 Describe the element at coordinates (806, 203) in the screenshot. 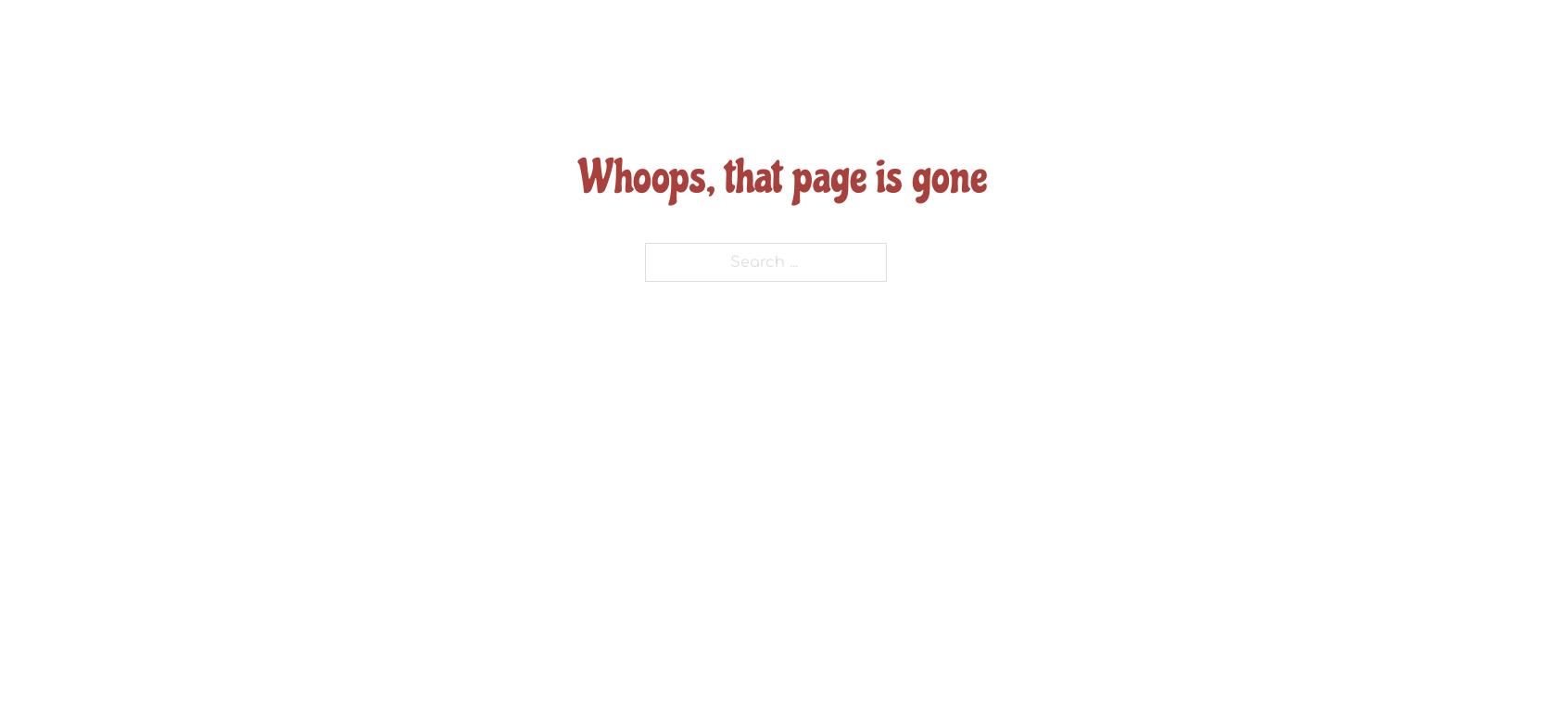

I see `'Father & Mother’s of Litters'` at that location.